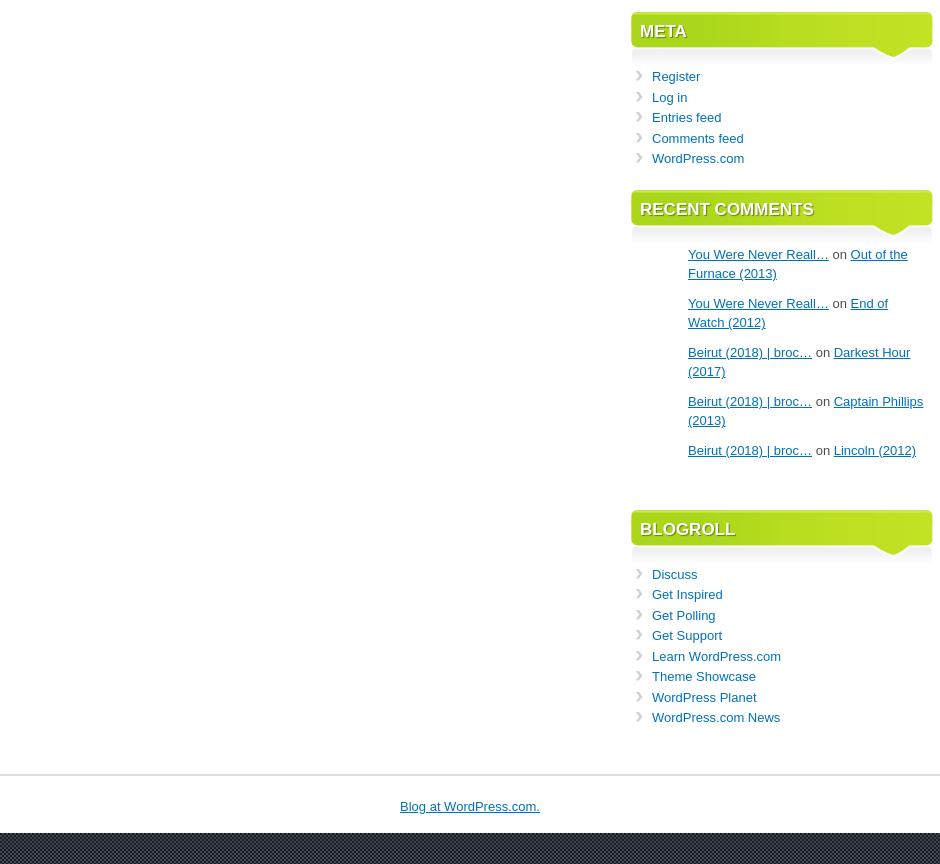 This screenshot has width=940, height=864. I want to click on 'Lincoln (2012)', so click(874, 449).